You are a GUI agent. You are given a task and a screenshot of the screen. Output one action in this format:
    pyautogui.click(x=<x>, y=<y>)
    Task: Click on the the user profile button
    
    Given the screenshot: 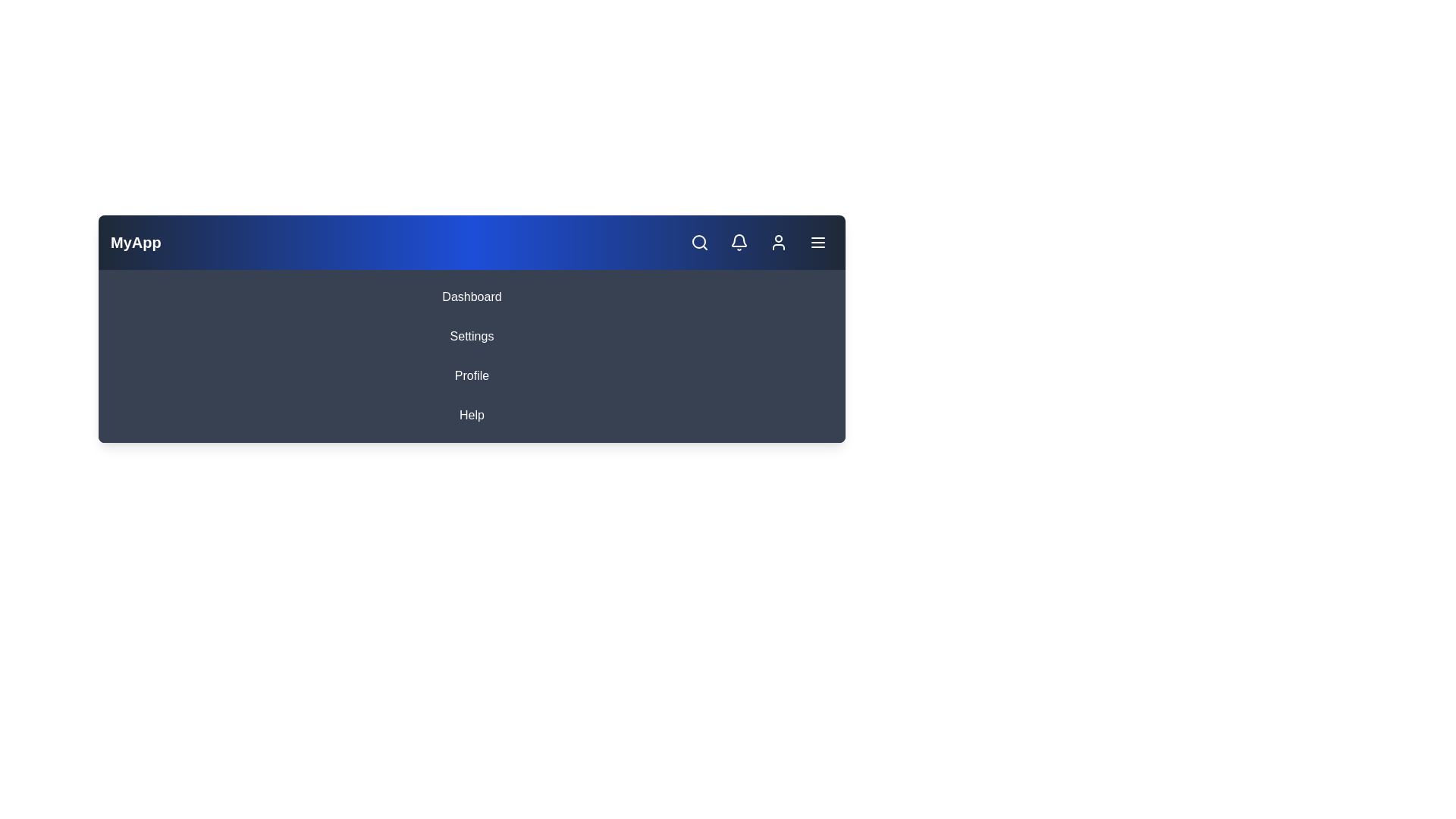 What is the action you would take?
    pyautogui.click(x=779, y=242)
    